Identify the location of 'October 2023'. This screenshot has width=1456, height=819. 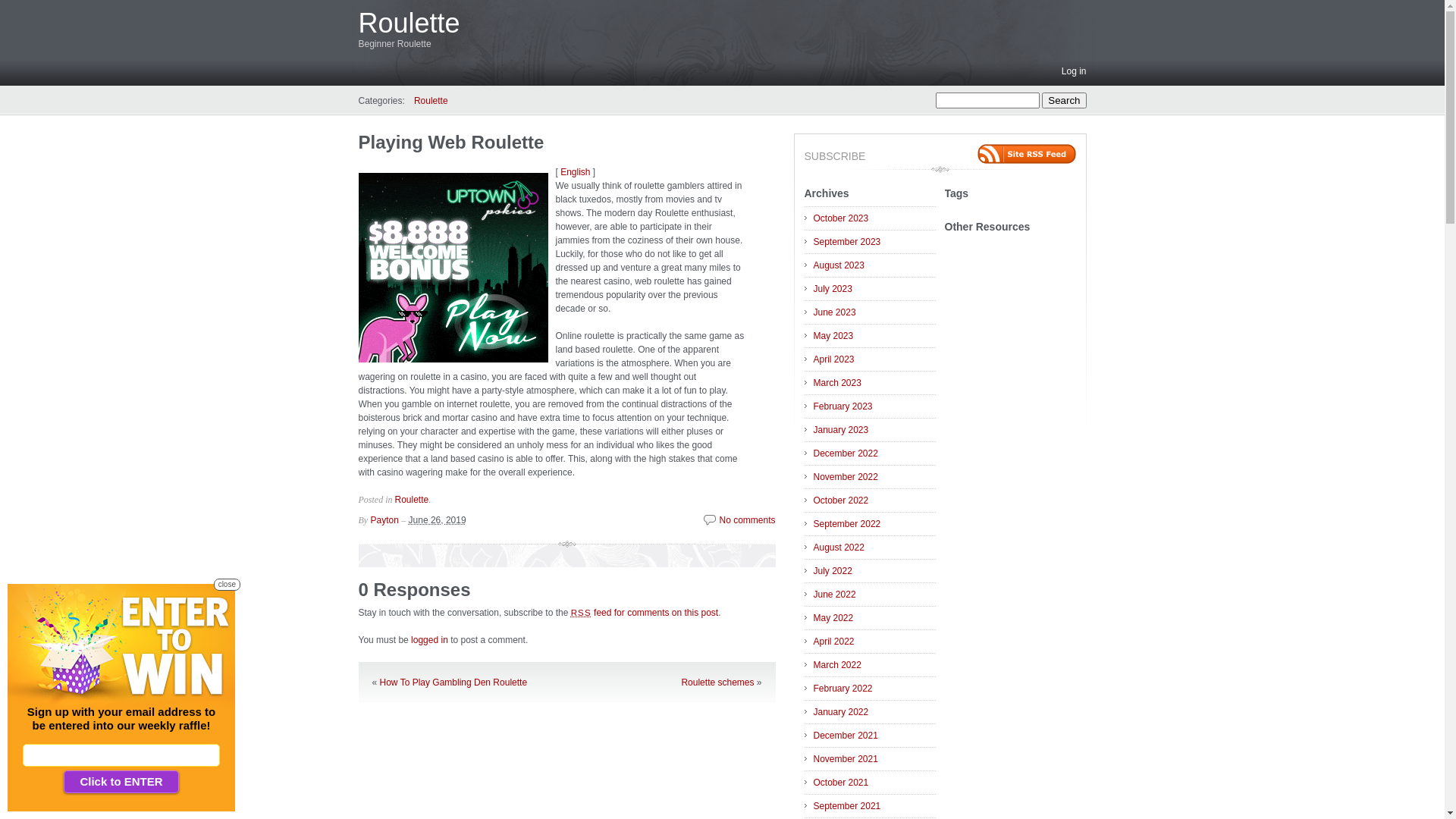
(874, 218).